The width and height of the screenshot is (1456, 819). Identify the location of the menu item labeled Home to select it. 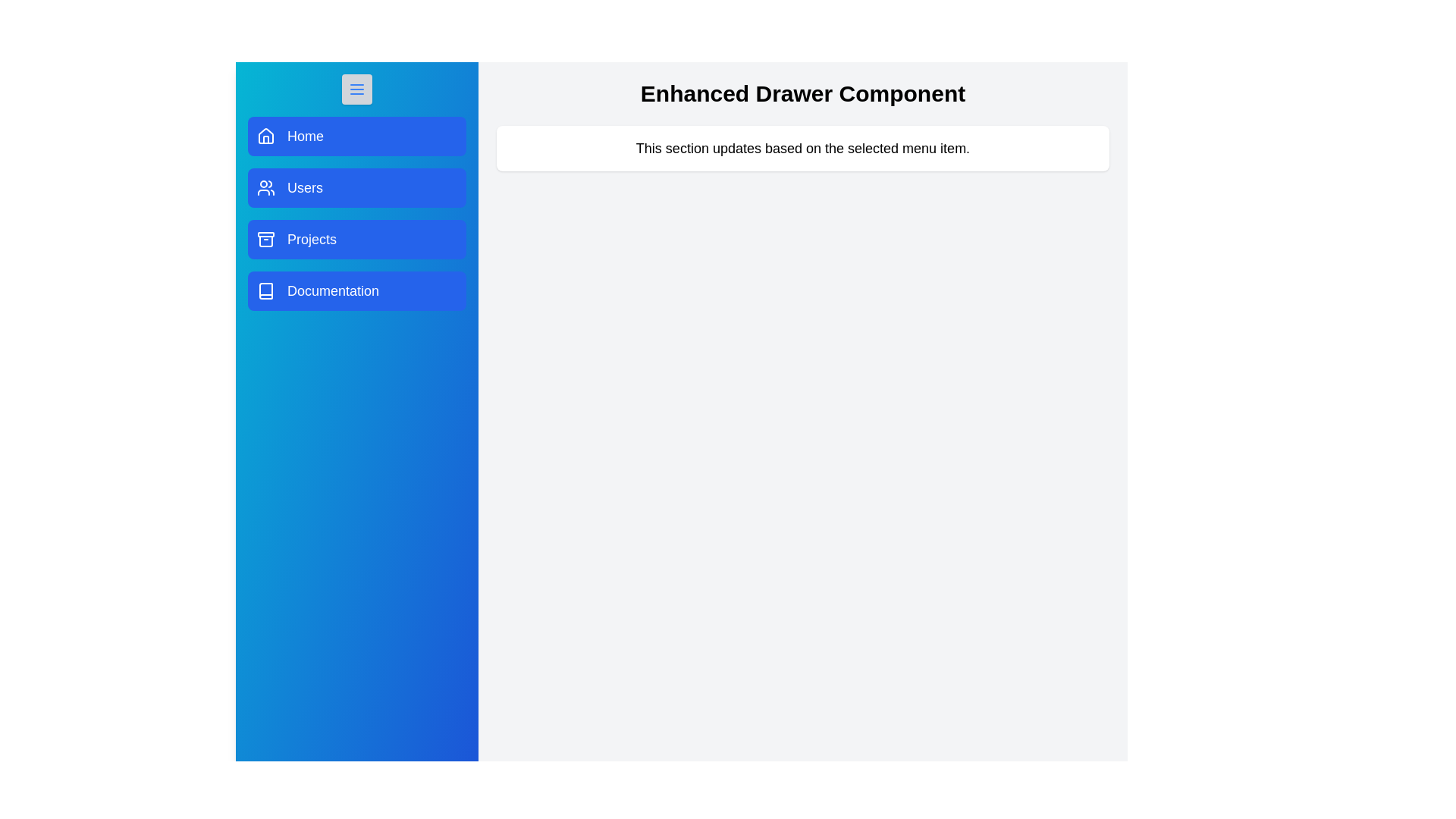
(356, 136).